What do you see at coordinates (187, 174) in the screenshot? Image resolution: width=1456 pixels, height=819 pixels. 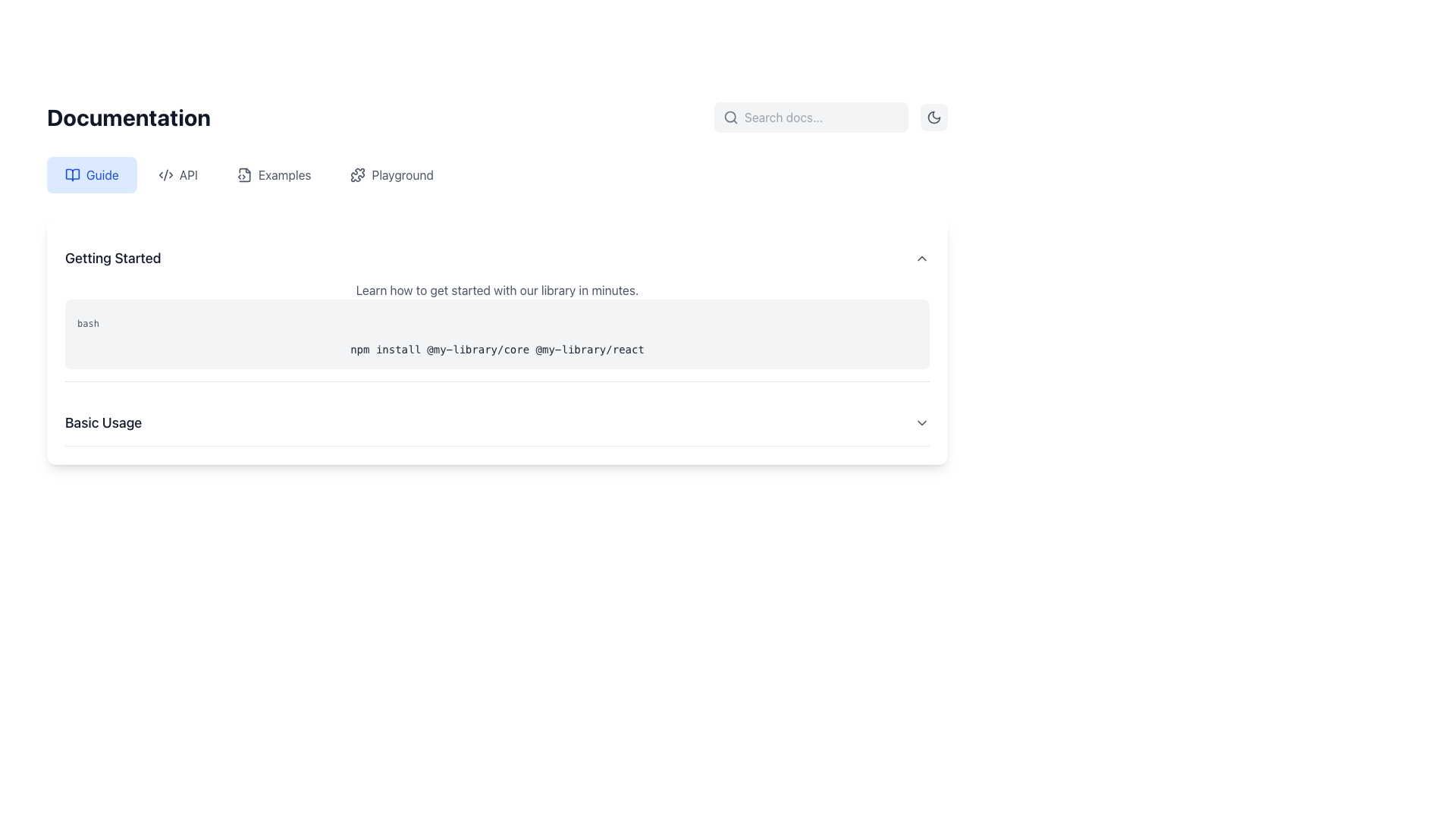 I see `the 'API' text label in the navigation menu` at bounding box center [187, 174].